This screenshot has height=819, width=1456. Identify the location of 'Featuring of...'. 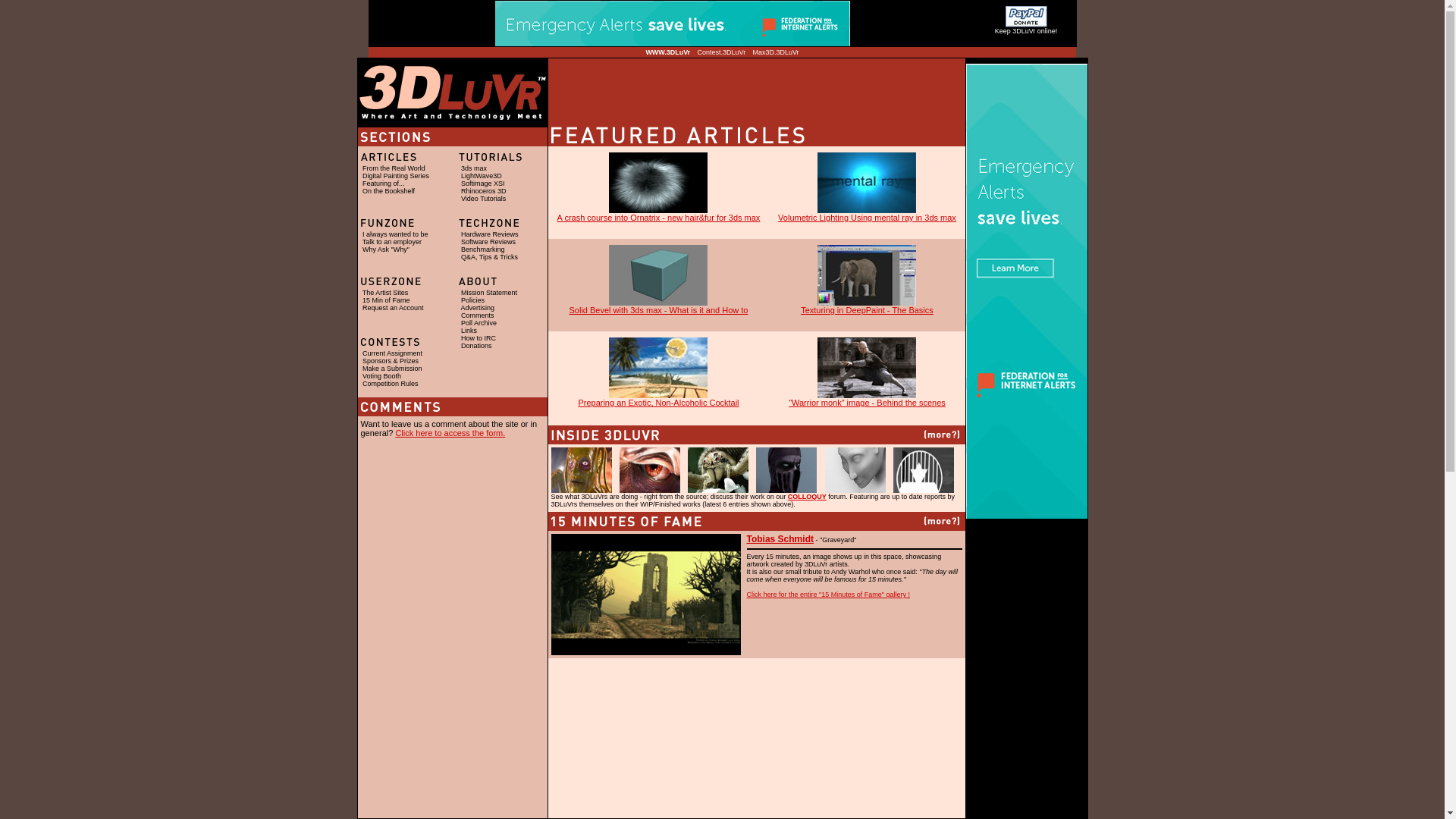
(383, 183).